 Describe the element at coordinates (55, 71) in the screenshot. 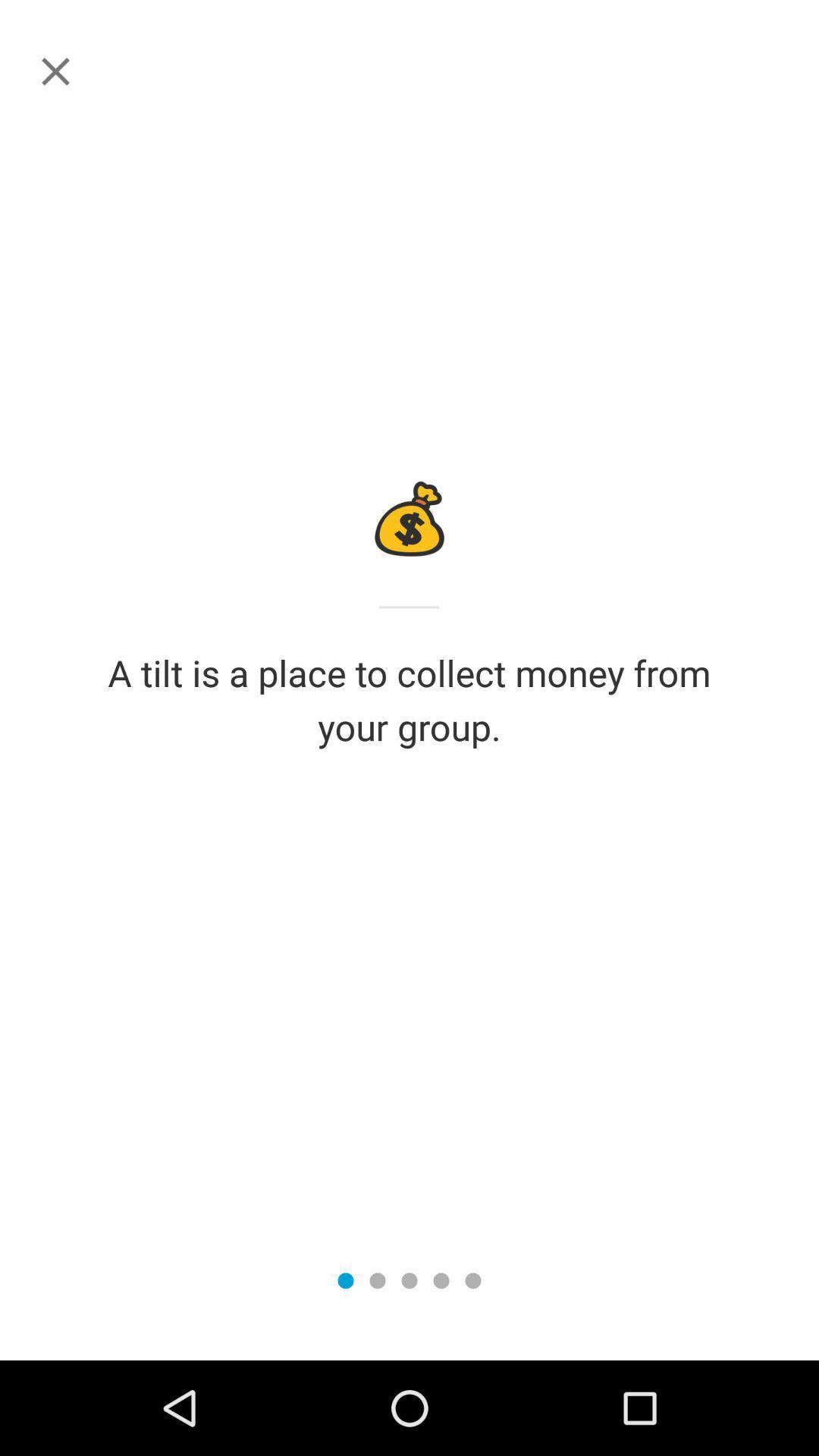

I see `instructions` at that location.